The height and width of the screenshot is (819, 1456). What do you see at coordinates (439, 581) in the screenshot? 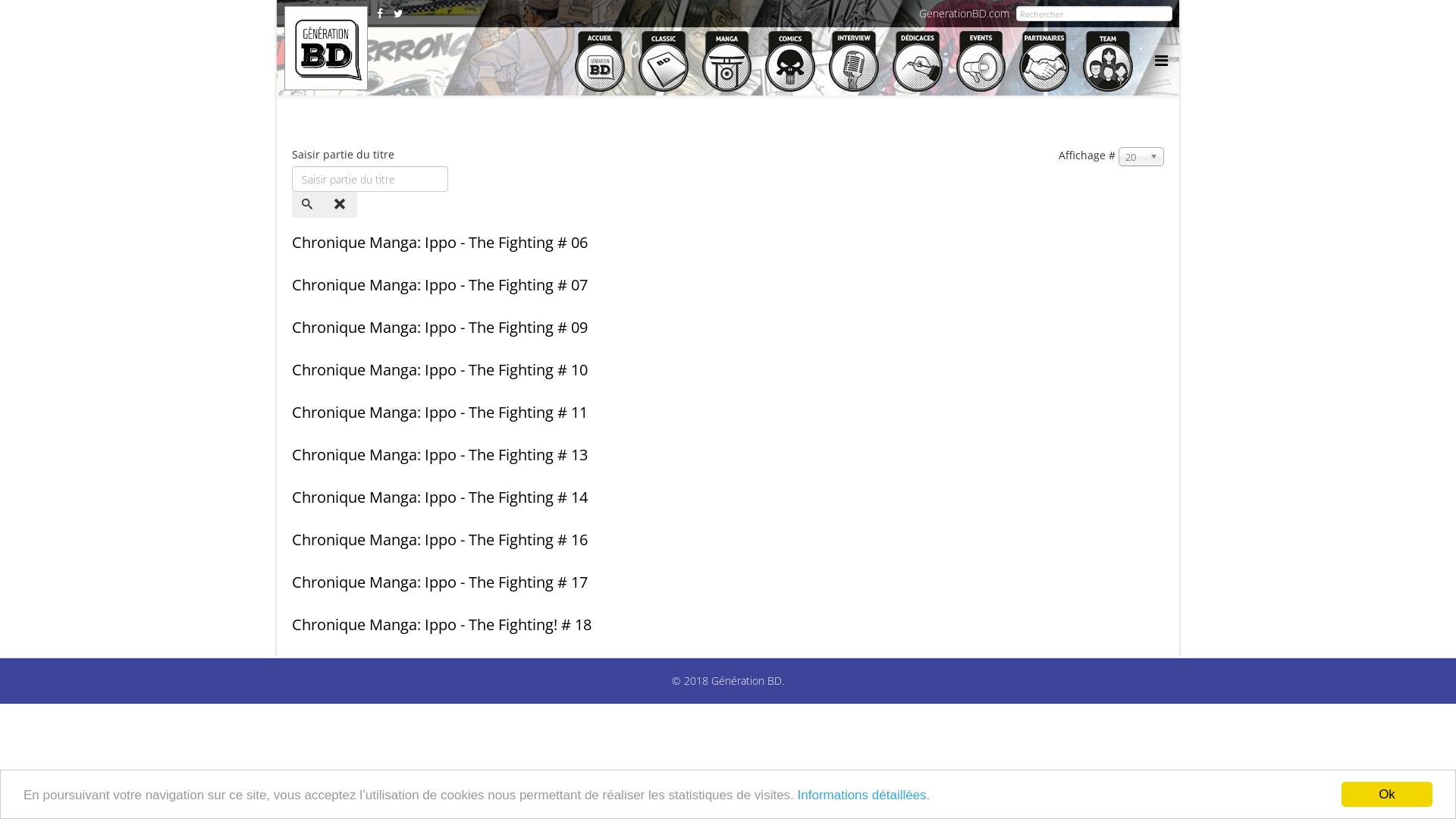
I see `'Chronique Manga: Ippo - The Fighting # 17'` at bounding box center [439, 581].